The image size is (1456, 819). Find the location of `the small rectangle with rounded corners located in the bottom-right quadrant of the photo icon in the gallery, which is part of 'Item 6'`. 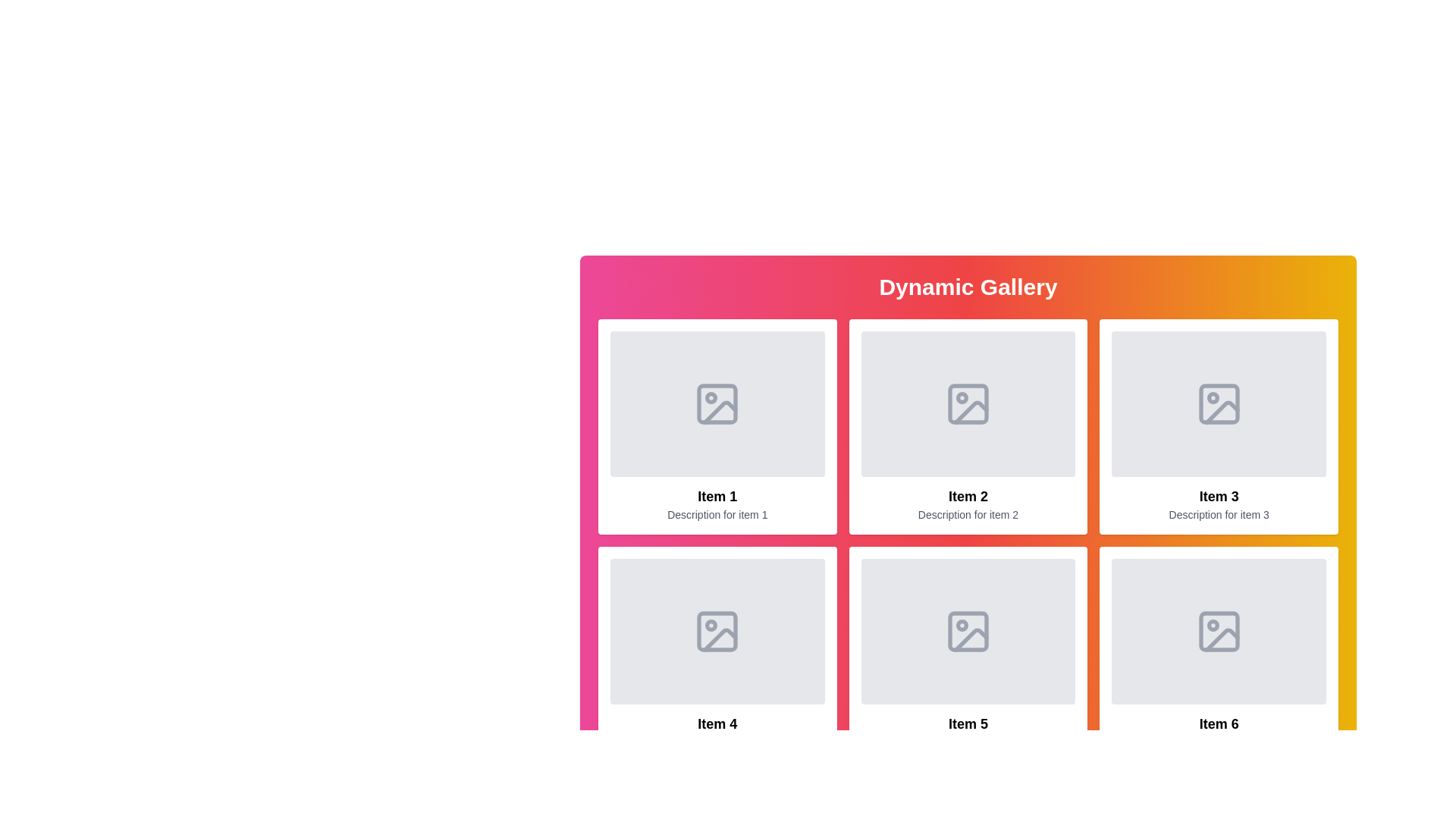

the small rectangle with rounded corners located in the bottom-right quadrant of the photo icon in the gallery, which is part of 'Item 6' is located at coordinates (1219, 632).